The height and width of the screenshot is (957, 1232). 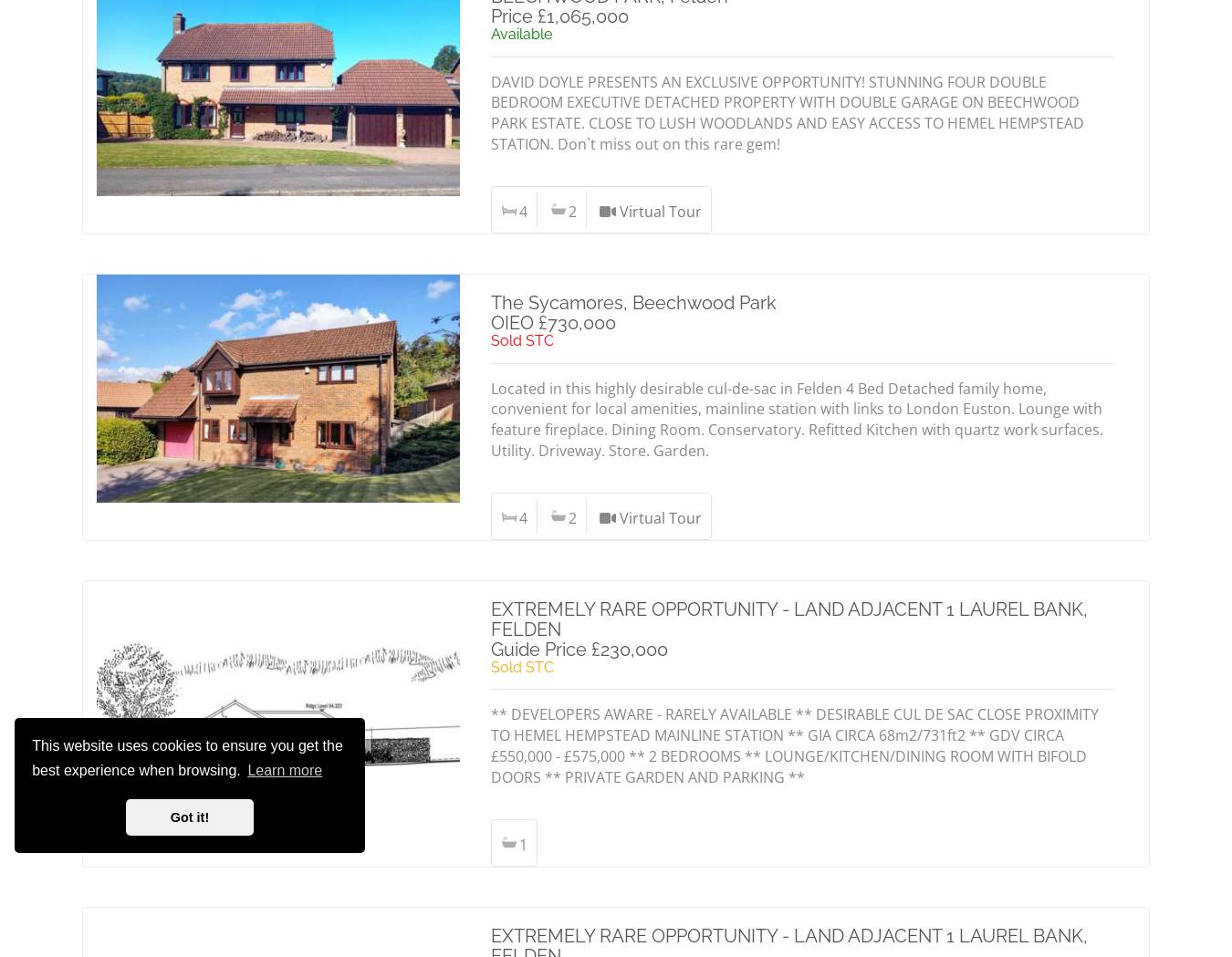 What do you see at coordinates (283, 769) in the screenshot?
I see `'Learn more'` at bounding box center [283, 769].